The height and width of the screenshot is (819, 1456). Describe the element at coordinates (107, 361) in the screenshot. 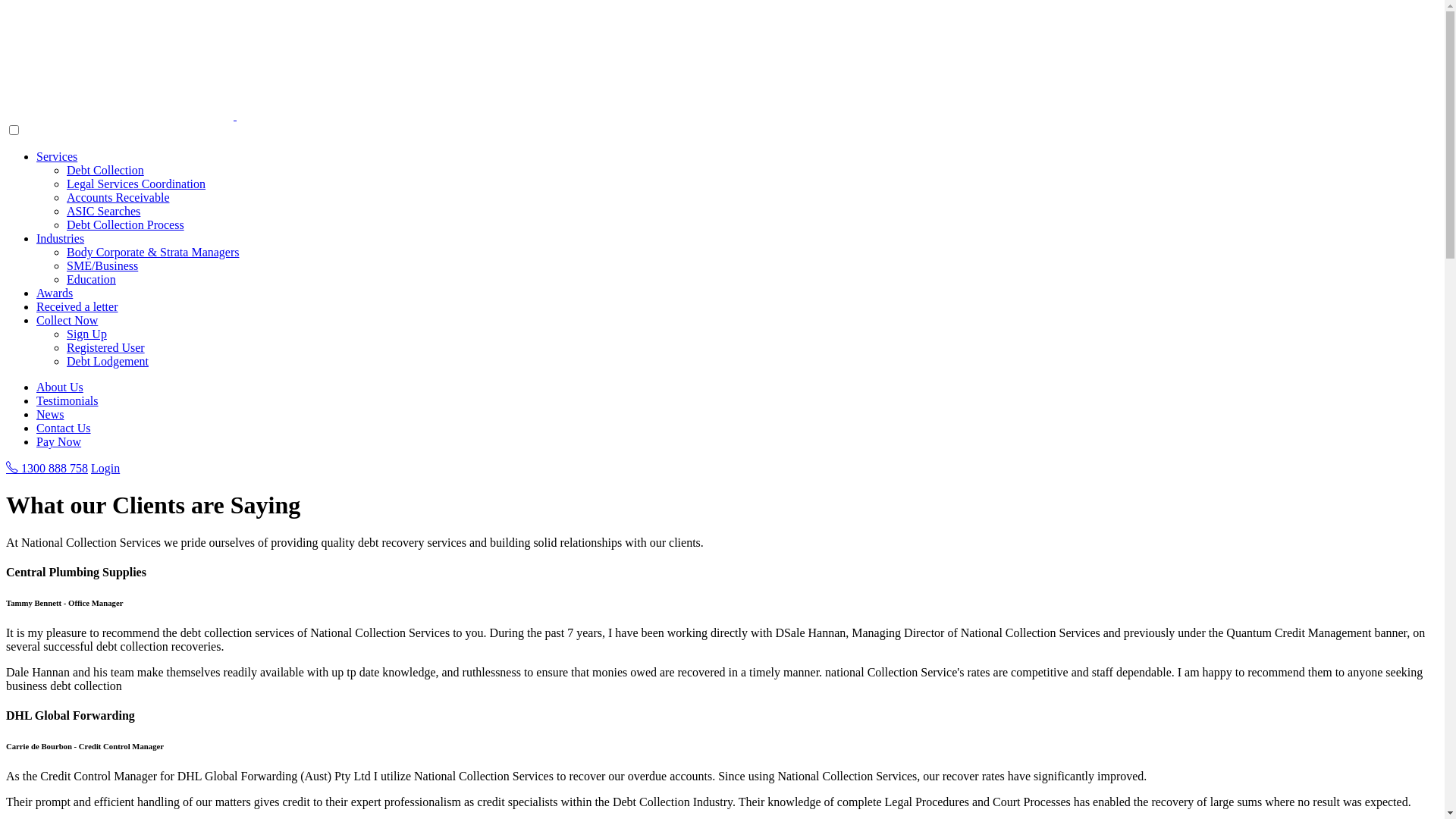

I see `'Debt Lodgement'` at that location.